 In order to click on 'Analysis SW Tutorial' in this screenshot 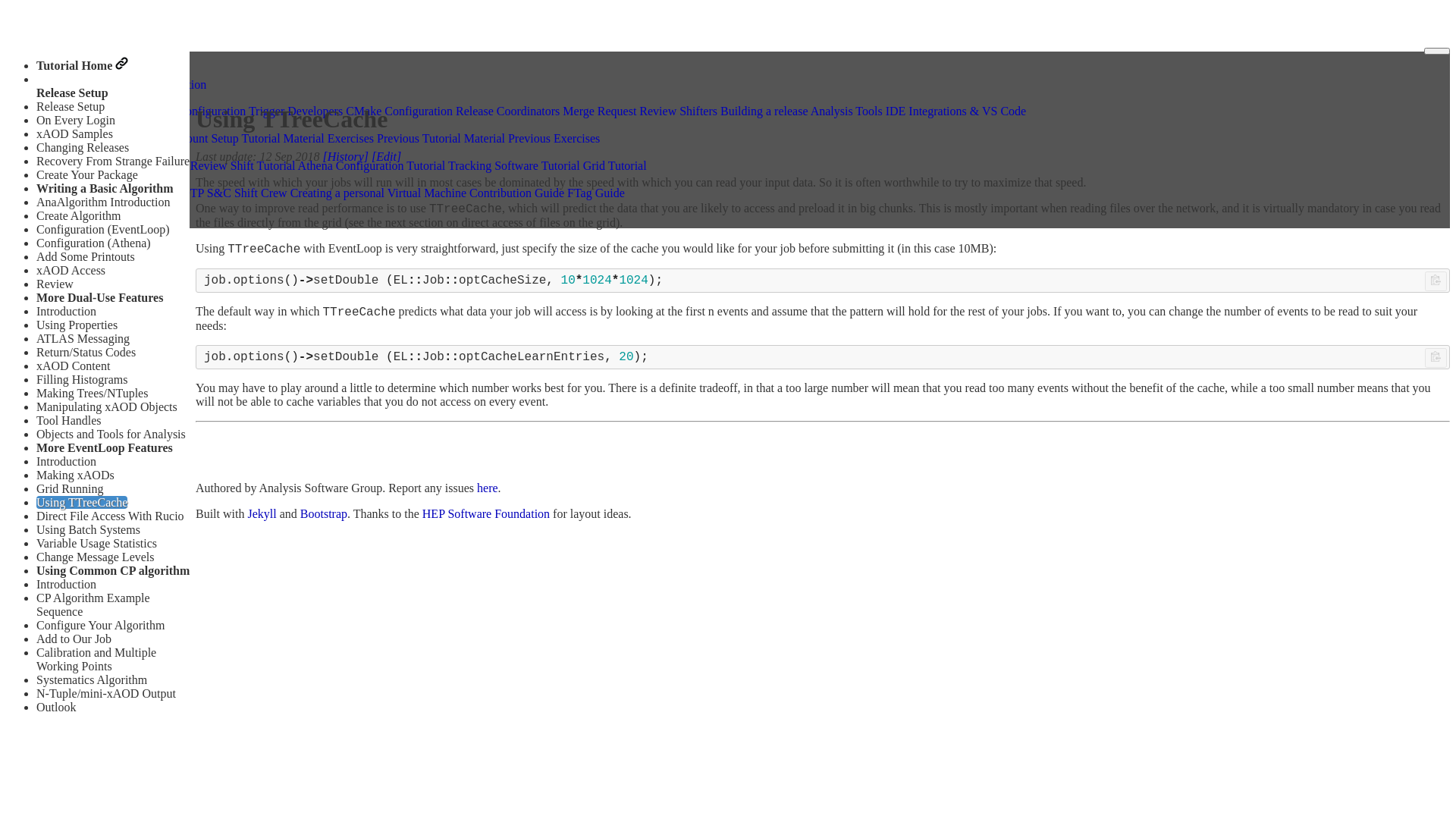, I will do `click(95, 124)`.